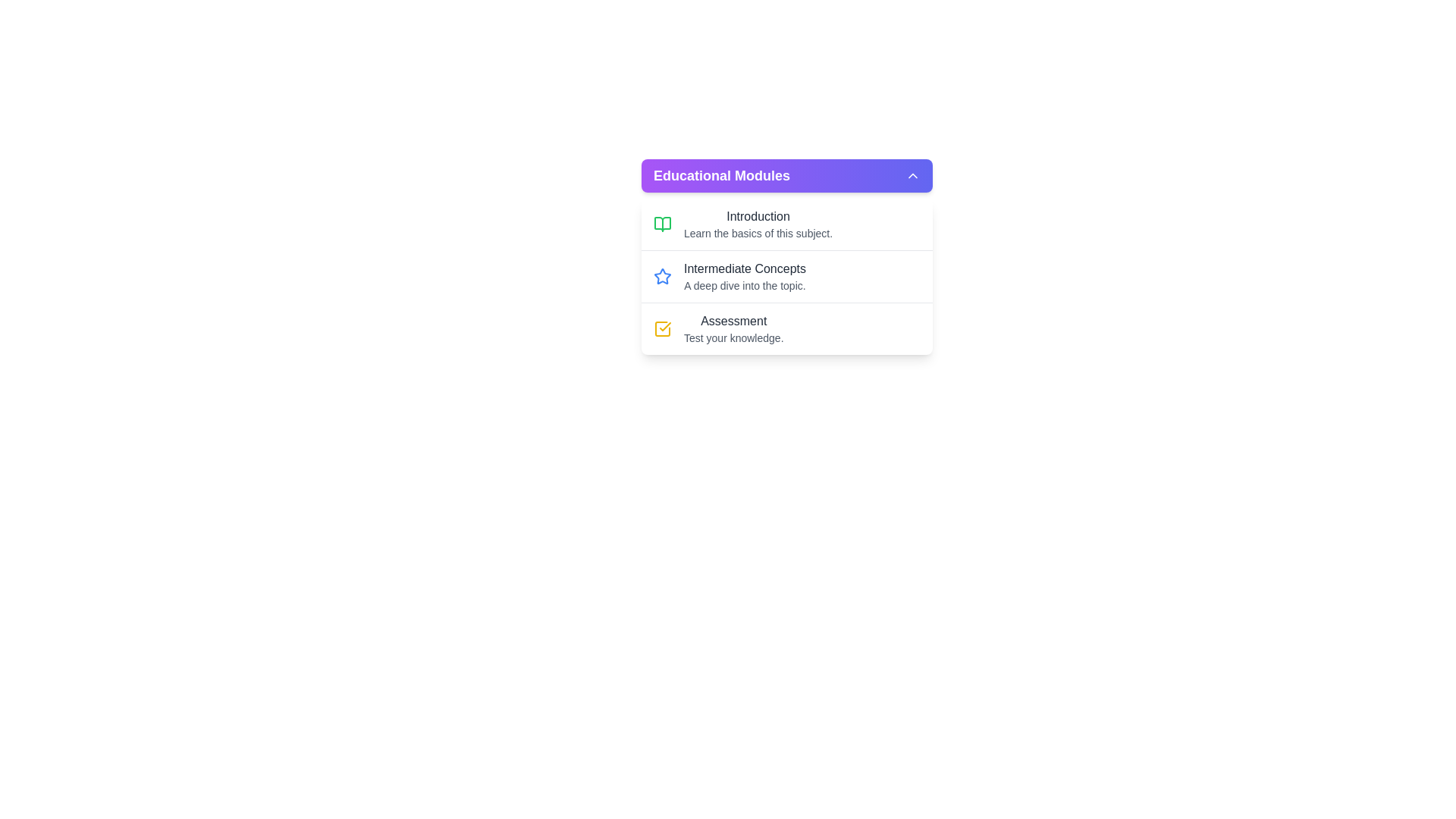  Describe the element at coordinates (662, 224) in the screenshot. I see `the visual identifier icon for the 'Introduction' section, located at the far left of the 'Introduction' list item within the educational module sections` at that location.